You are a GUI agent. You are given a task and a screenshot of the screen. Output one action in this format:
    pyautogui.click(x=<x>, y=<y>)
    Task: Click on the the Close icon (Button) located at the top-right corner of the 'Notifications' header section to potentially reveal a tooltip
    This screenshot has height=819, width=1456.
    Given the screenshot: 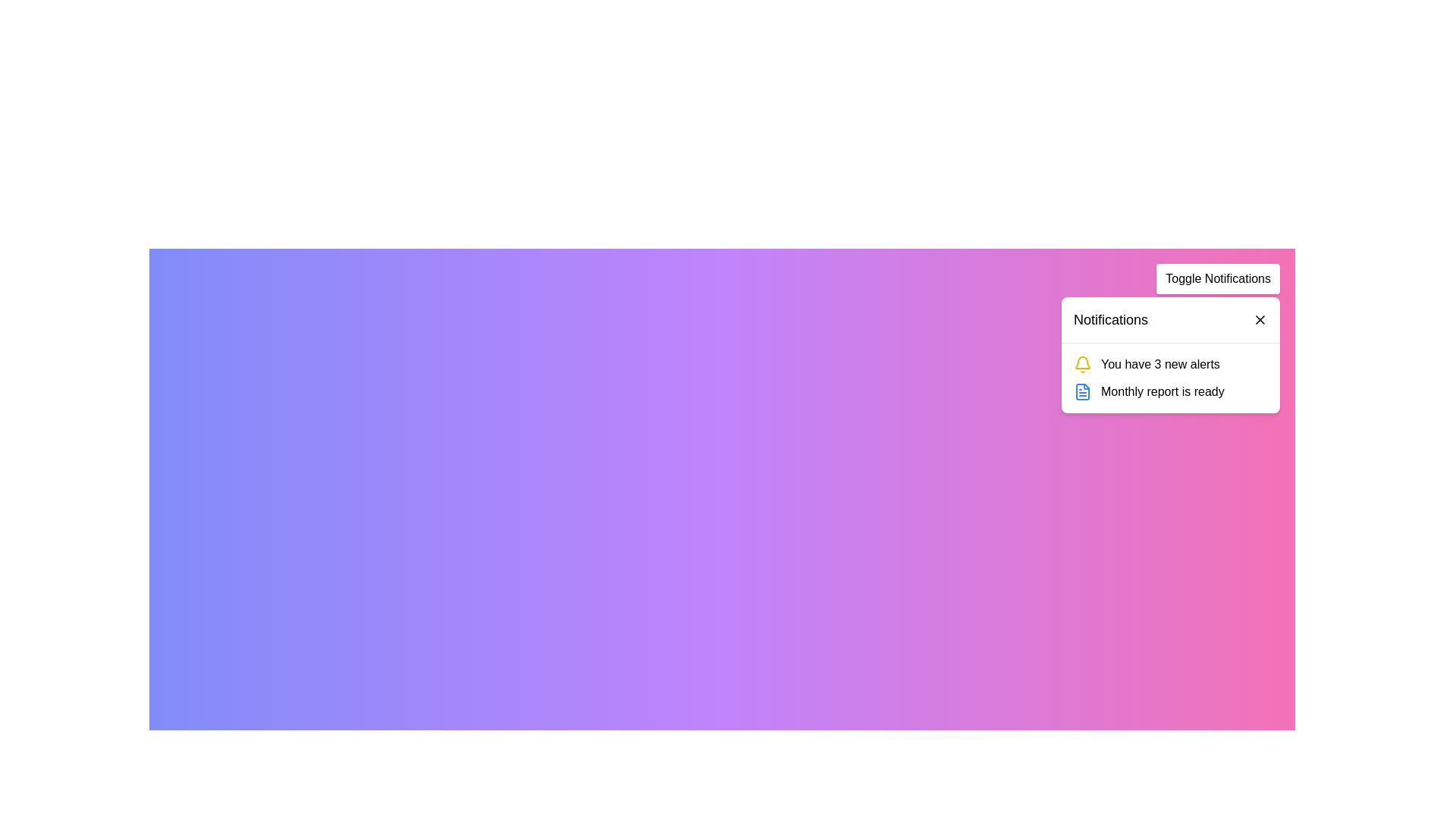 What is the action you would take?
    pyautogui.click(x=1260, y=318)
    